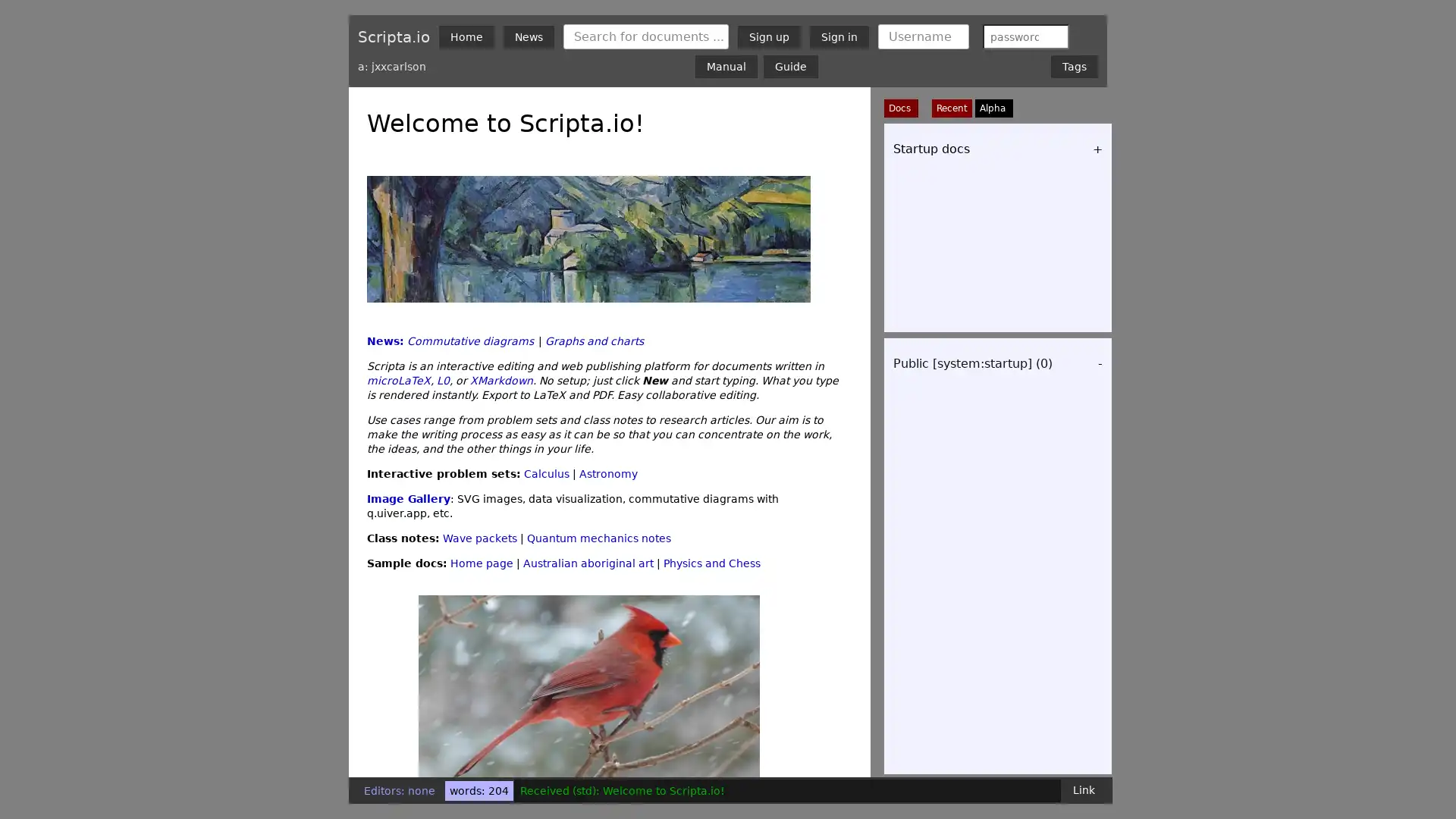 This screenshot has width=1456, height=819. What do you see at coordinates (972, 363) in the screenshot?
I see `Public [system:startup] (0)` at bounding box center [972, 363].